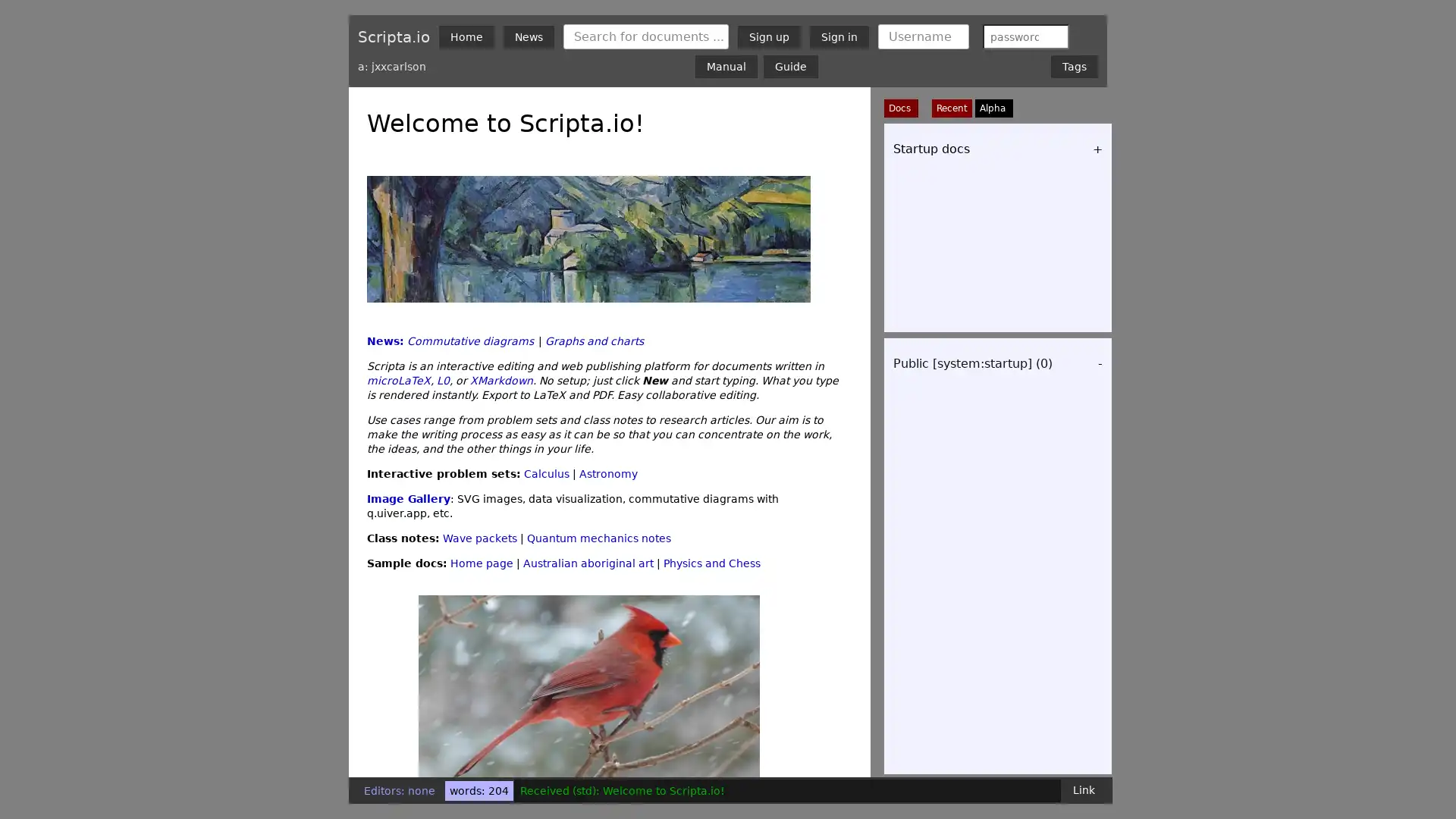 This screenshot has width=1456, height=819. What do you see at coordinates (972, 363) in the screenshot?
I see `Public [system:startup] (0)` at bounding box center [972, 363].